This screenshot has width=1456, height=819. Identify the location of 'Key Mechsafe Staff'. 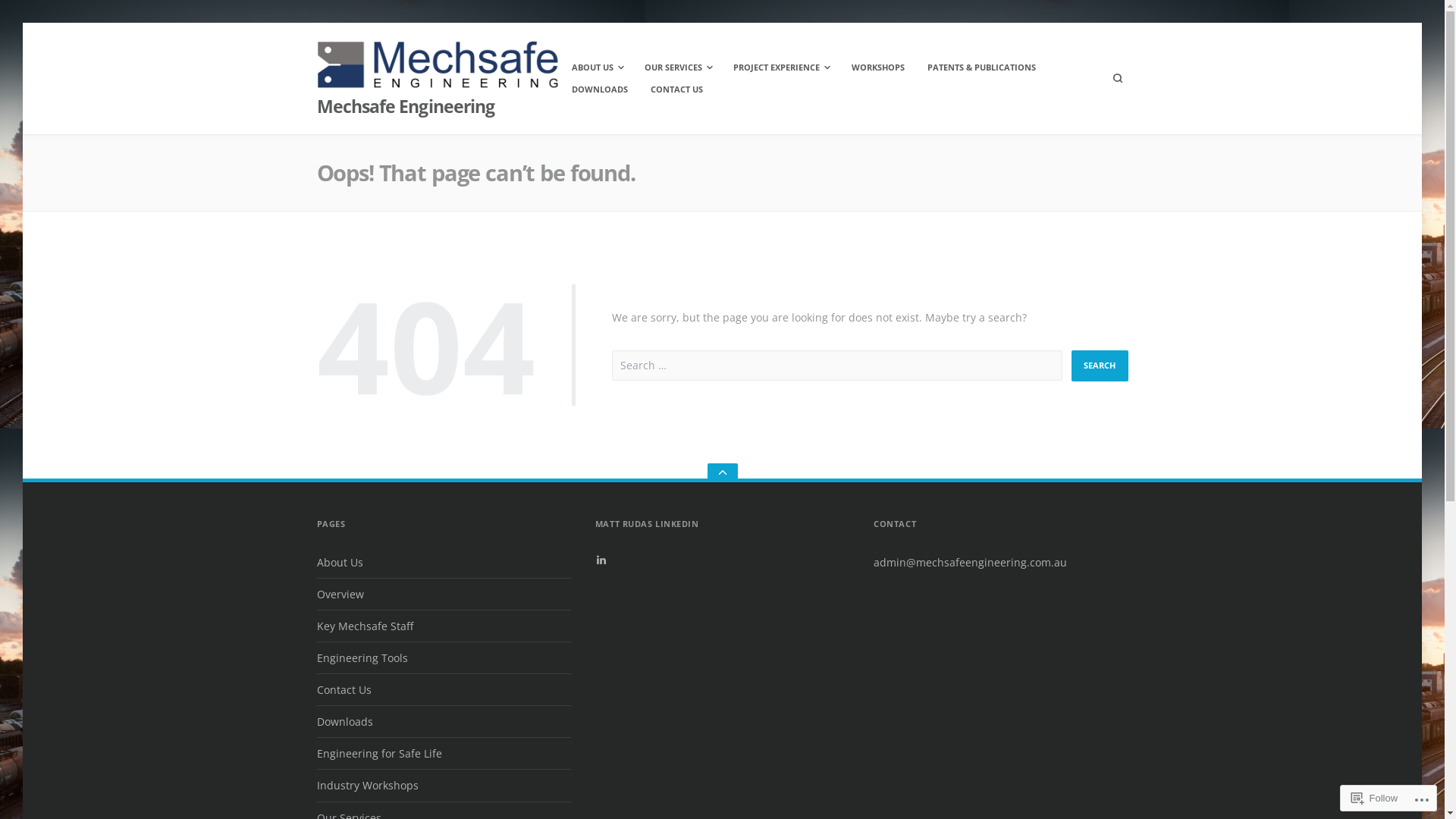
(365, 626).